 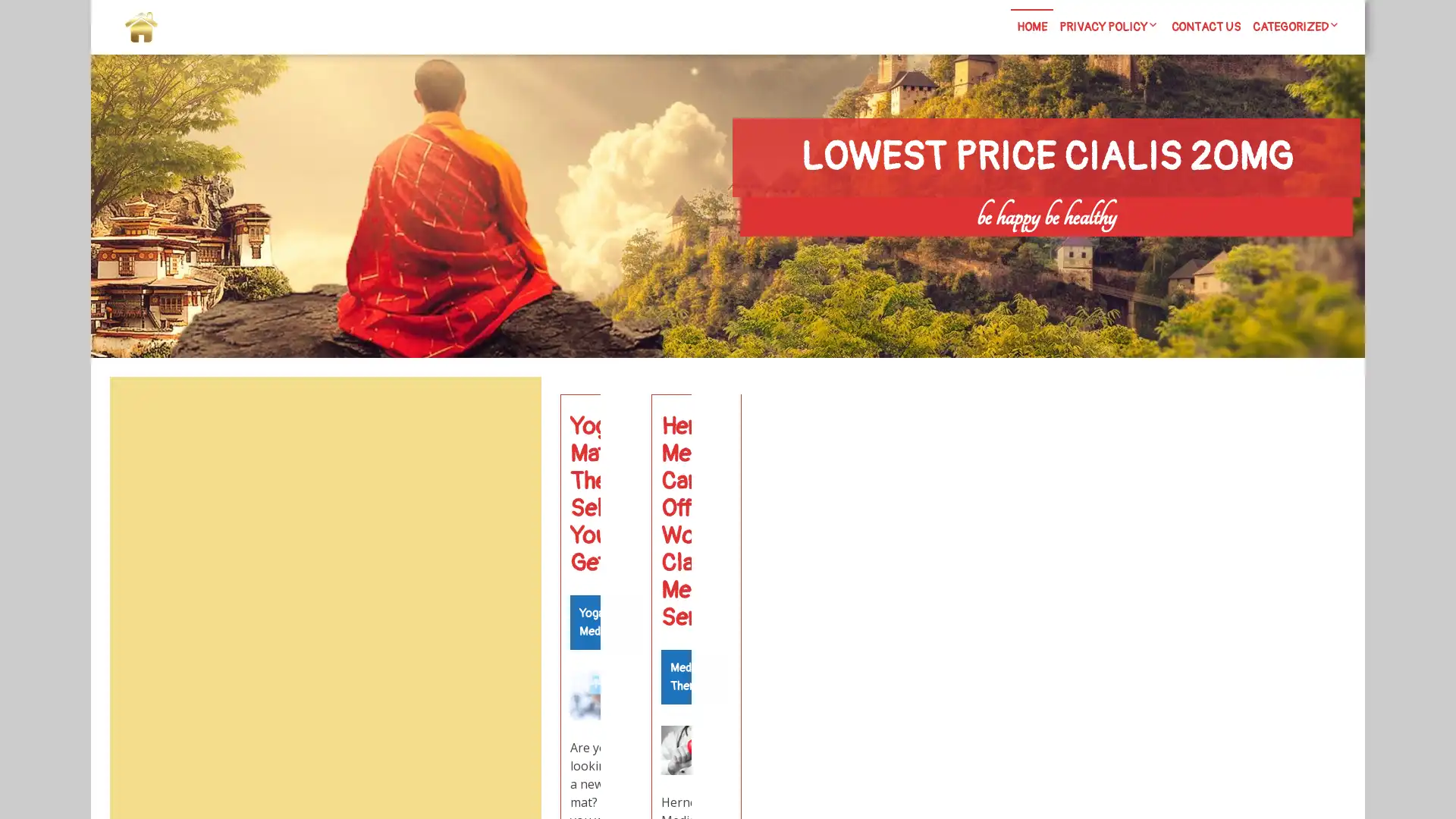 I want to click on Search, so click(x=1181, y=248).